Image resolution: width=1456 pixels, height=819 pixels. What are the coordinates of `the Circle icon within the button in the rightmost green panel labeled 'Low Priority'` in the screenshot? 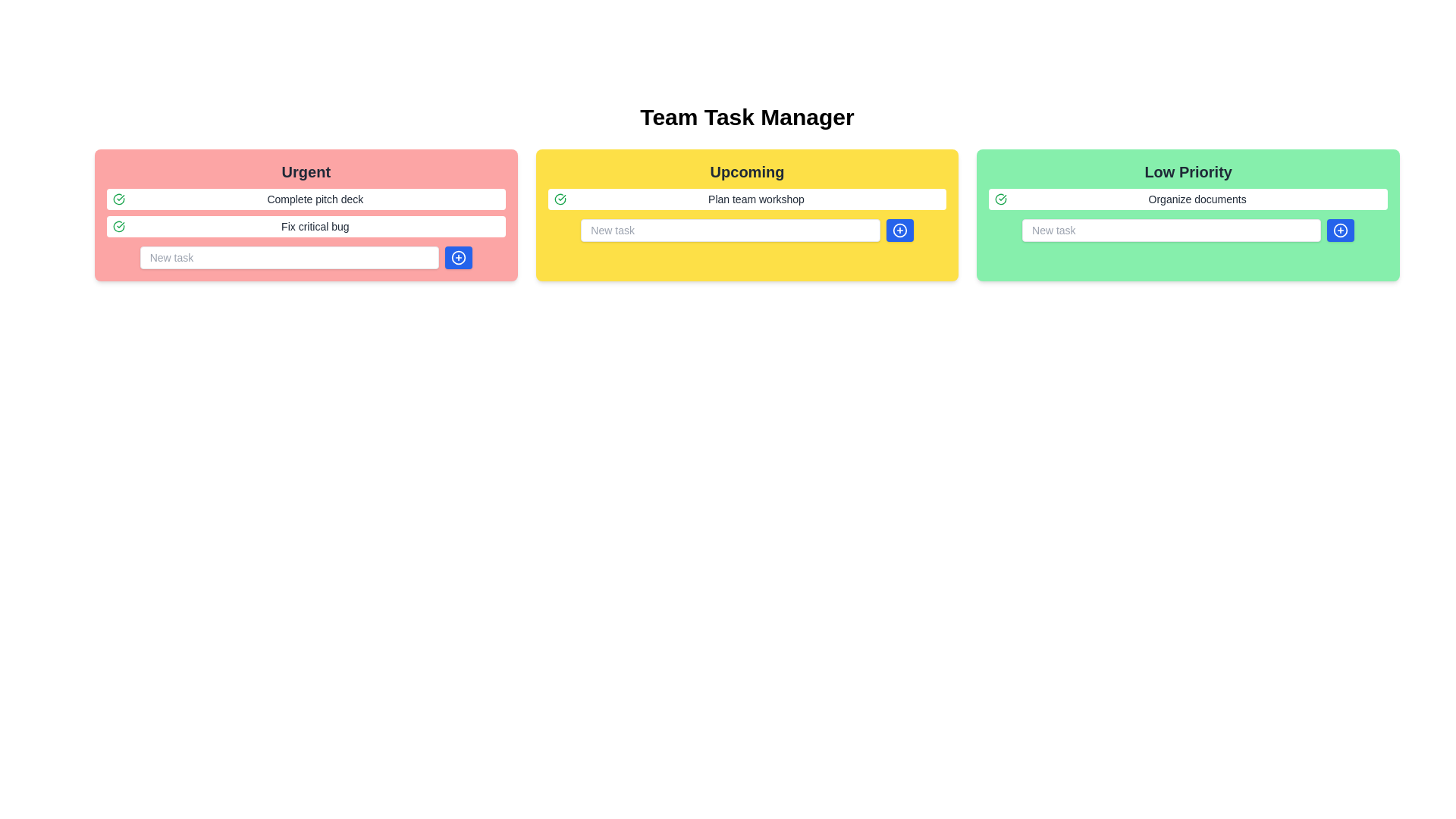 It's located at (1341, 231).